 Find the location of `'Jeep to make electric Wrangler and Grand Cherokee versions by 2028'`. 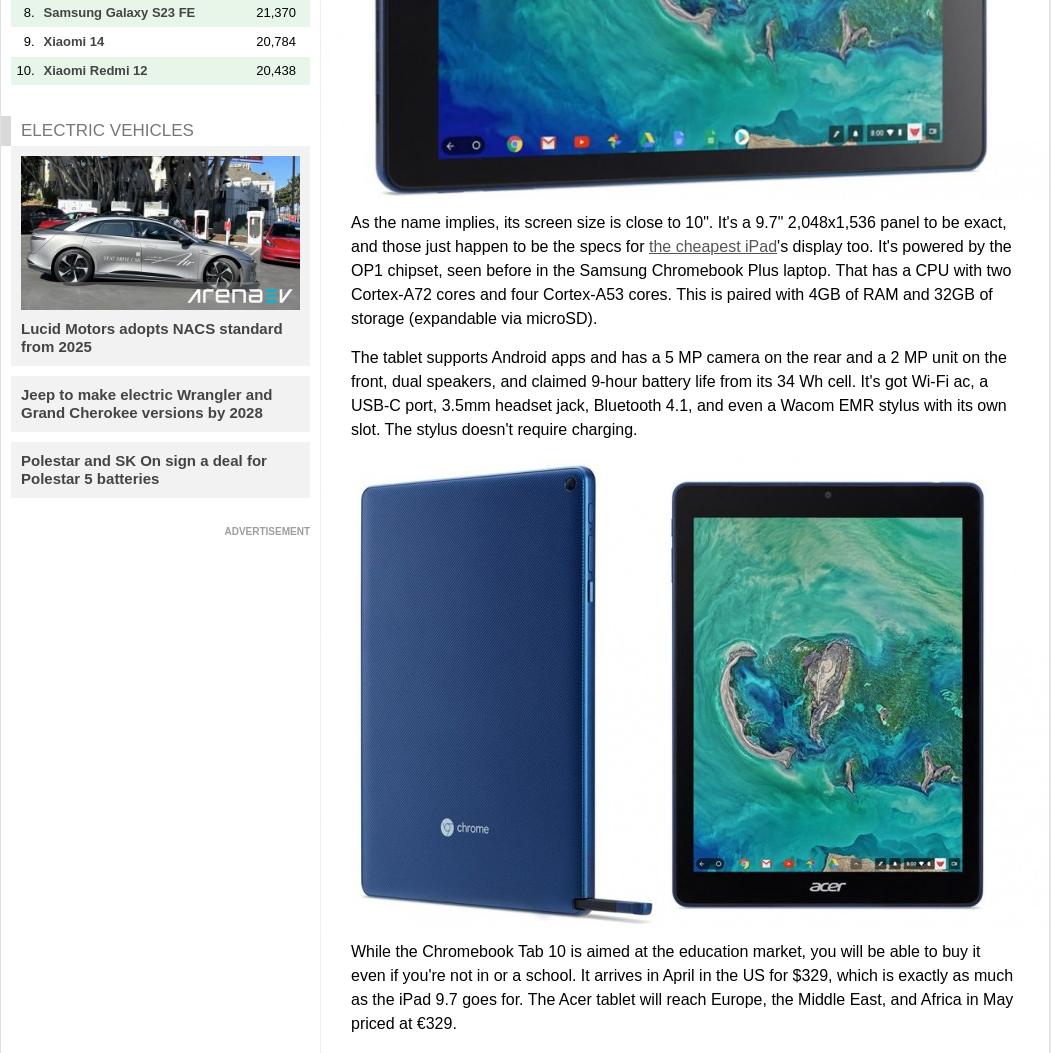

'Jeep to make electric Wrangler and Grand Cherokee versions by 2028' is located at coordinates (145, 402).